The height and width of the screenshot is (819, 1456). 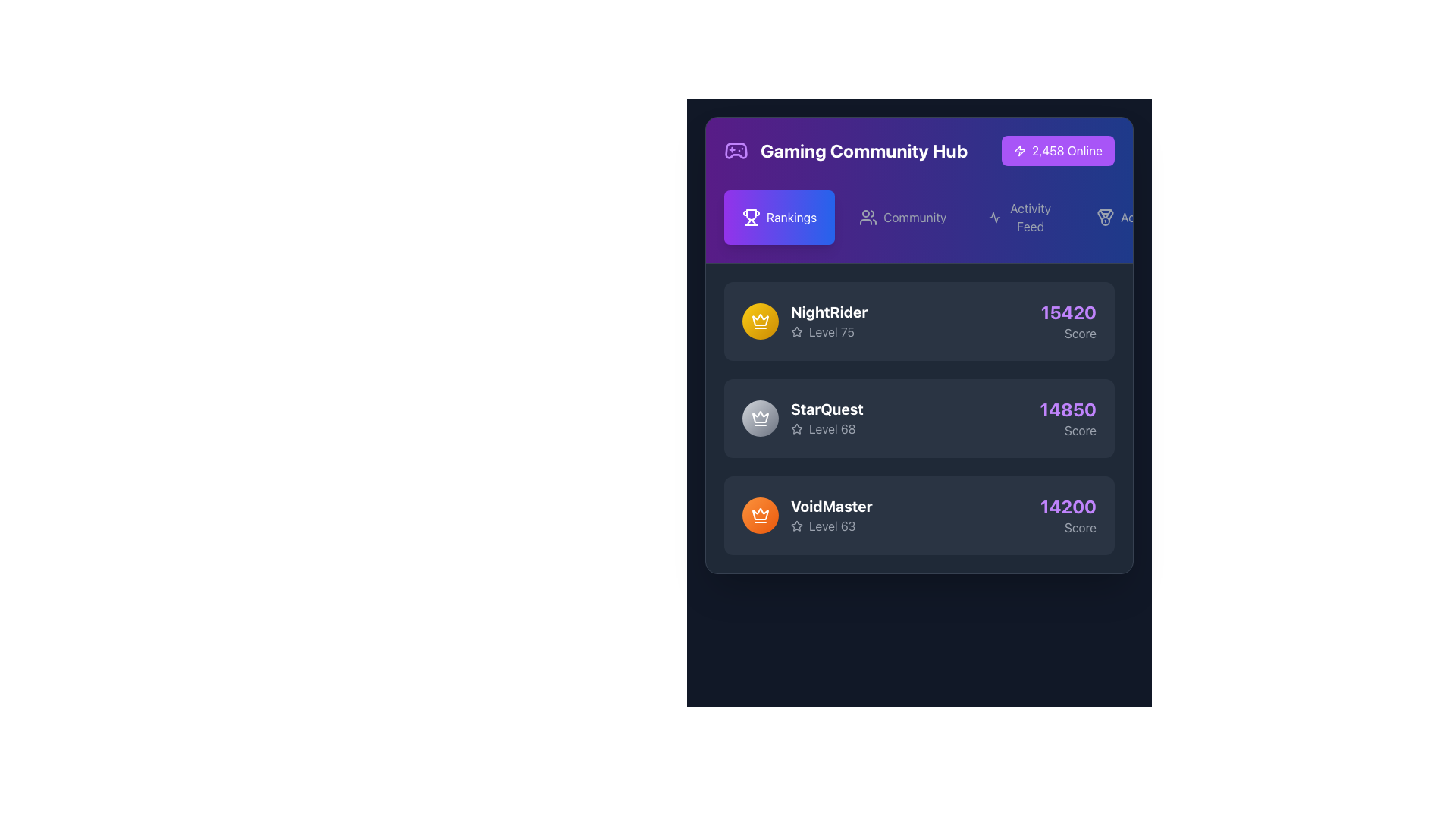 What do you see at coordinates (826, 418) in the screenshot?
I see `the 'StarQuest' Leaderboard entry` at bounding box center [826, 418].